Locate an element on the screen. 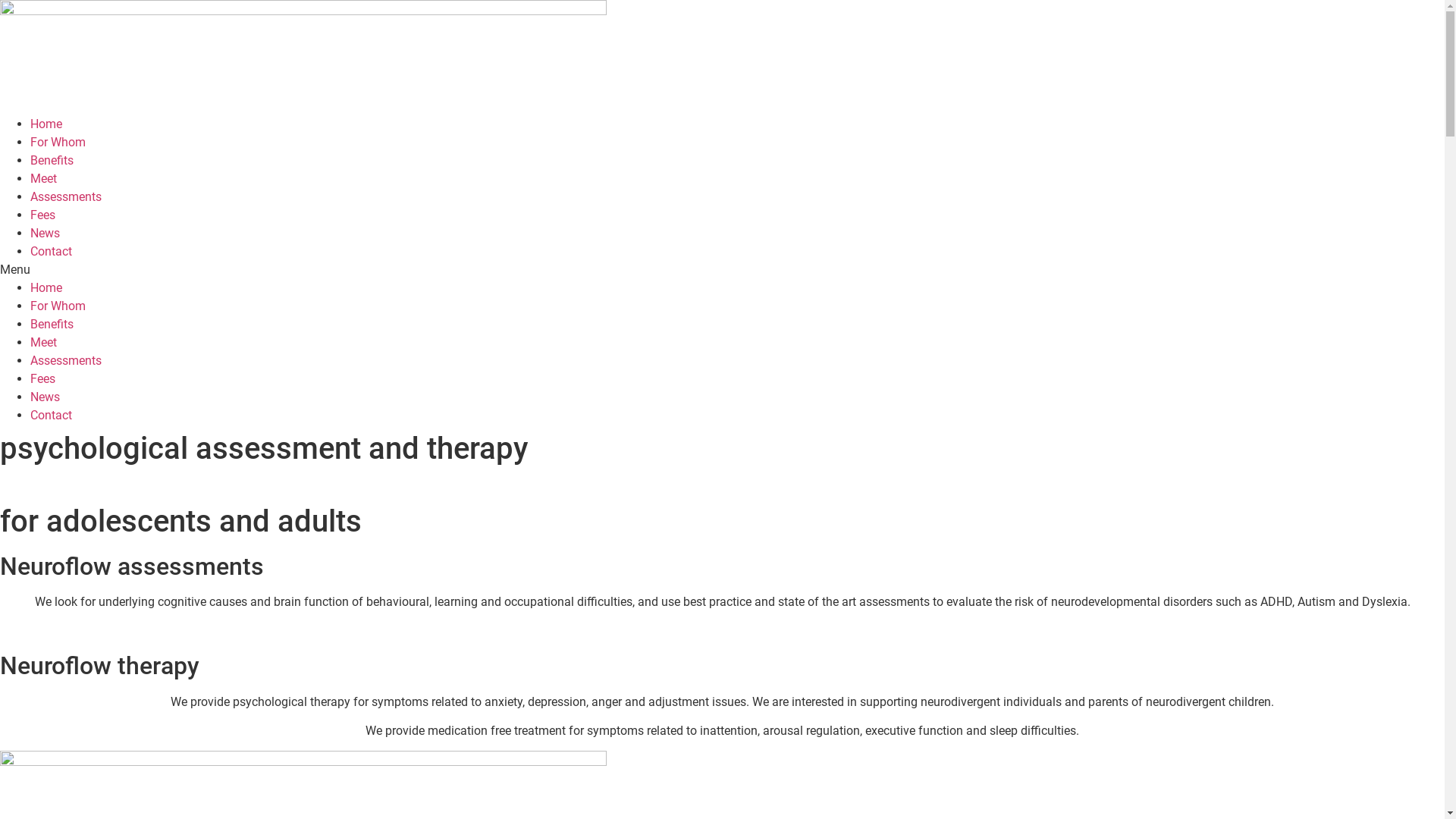 This screenshot has height=819, width=1456. 'Home' is located at coordinates (46, 287).